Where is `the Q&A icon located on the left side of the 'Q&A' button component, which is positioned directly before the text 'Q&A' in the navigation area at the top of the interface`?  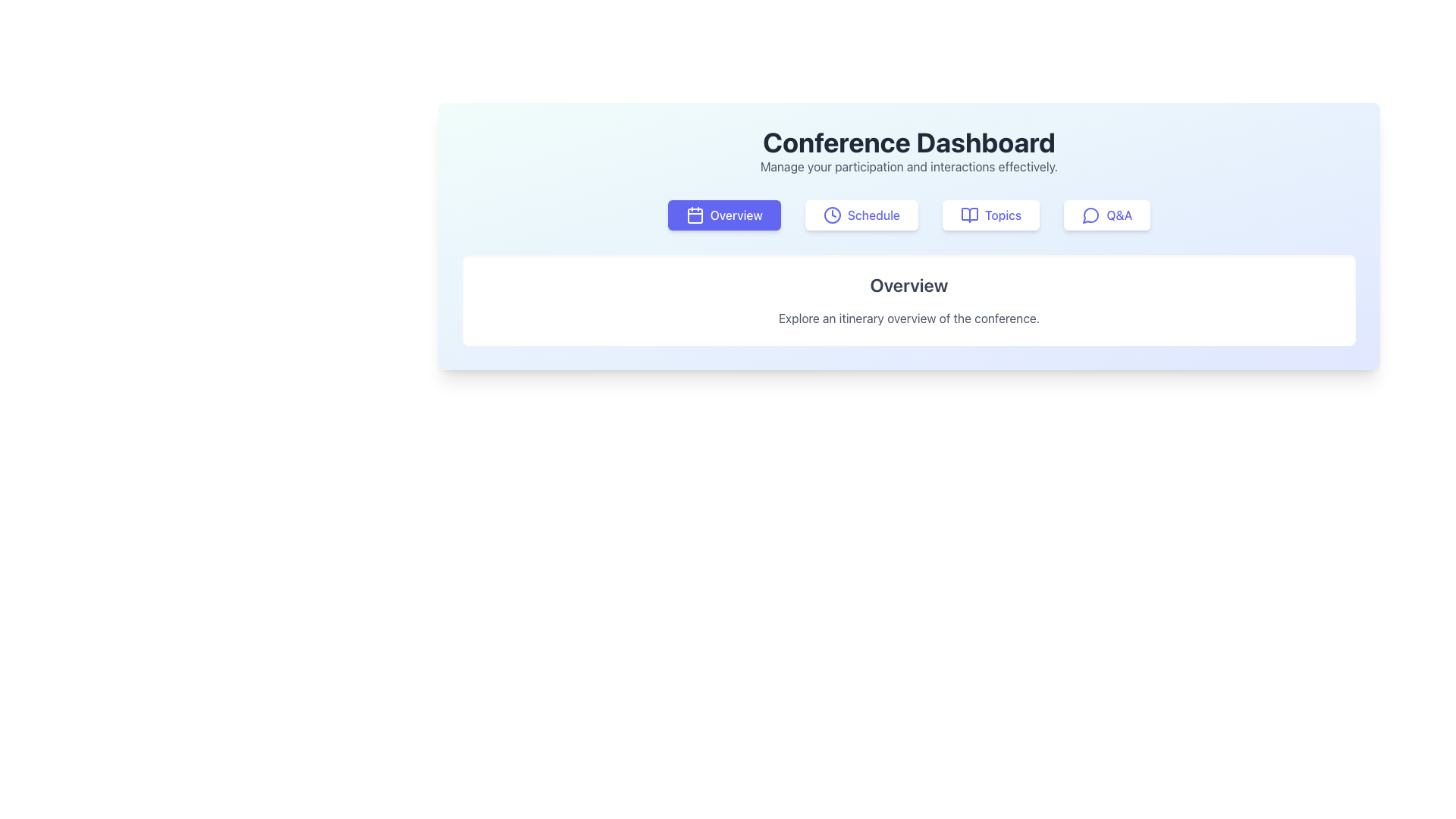 the Q&A icon located on the left side of the 'Q&A' button component, which is positioned directly before the text 'Q&A' in the navigation area at the top of the interface is located at coordinates (1090, 215).